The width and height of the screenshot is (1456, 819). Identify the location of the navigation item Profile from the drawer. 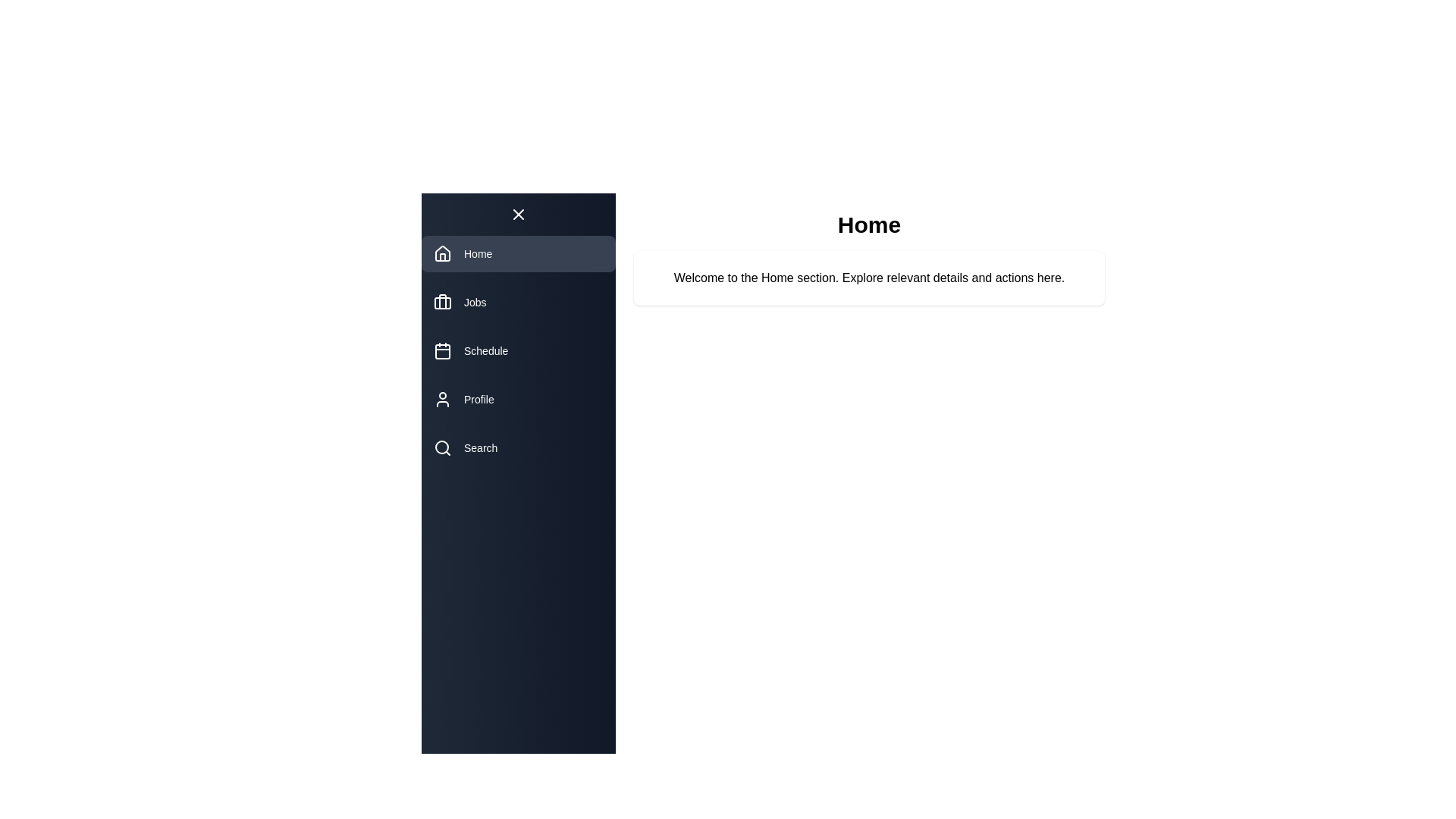
(519, 399).